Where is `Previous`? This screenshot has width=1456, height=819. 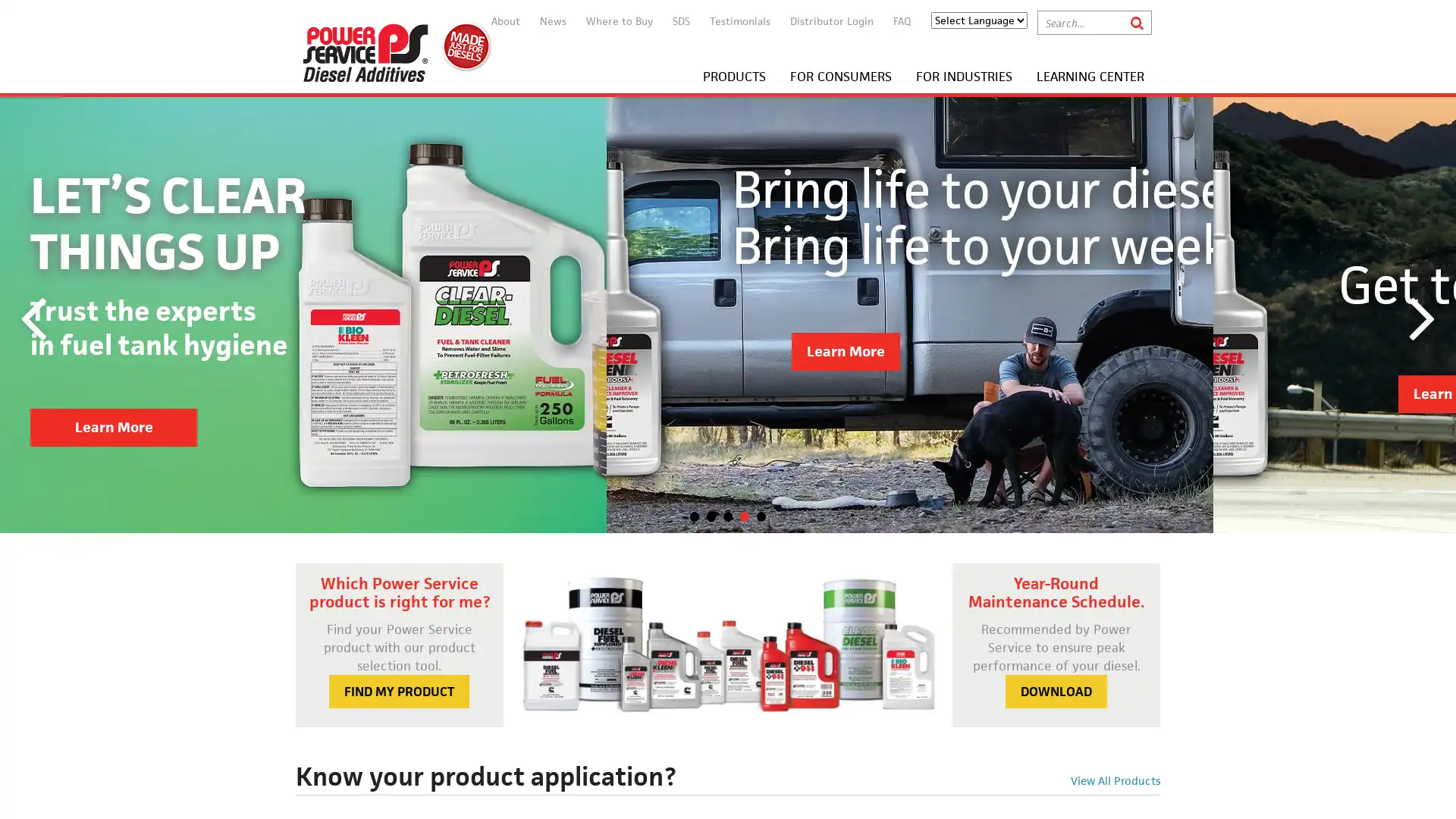
Previous is located at coordinates (33, 314).